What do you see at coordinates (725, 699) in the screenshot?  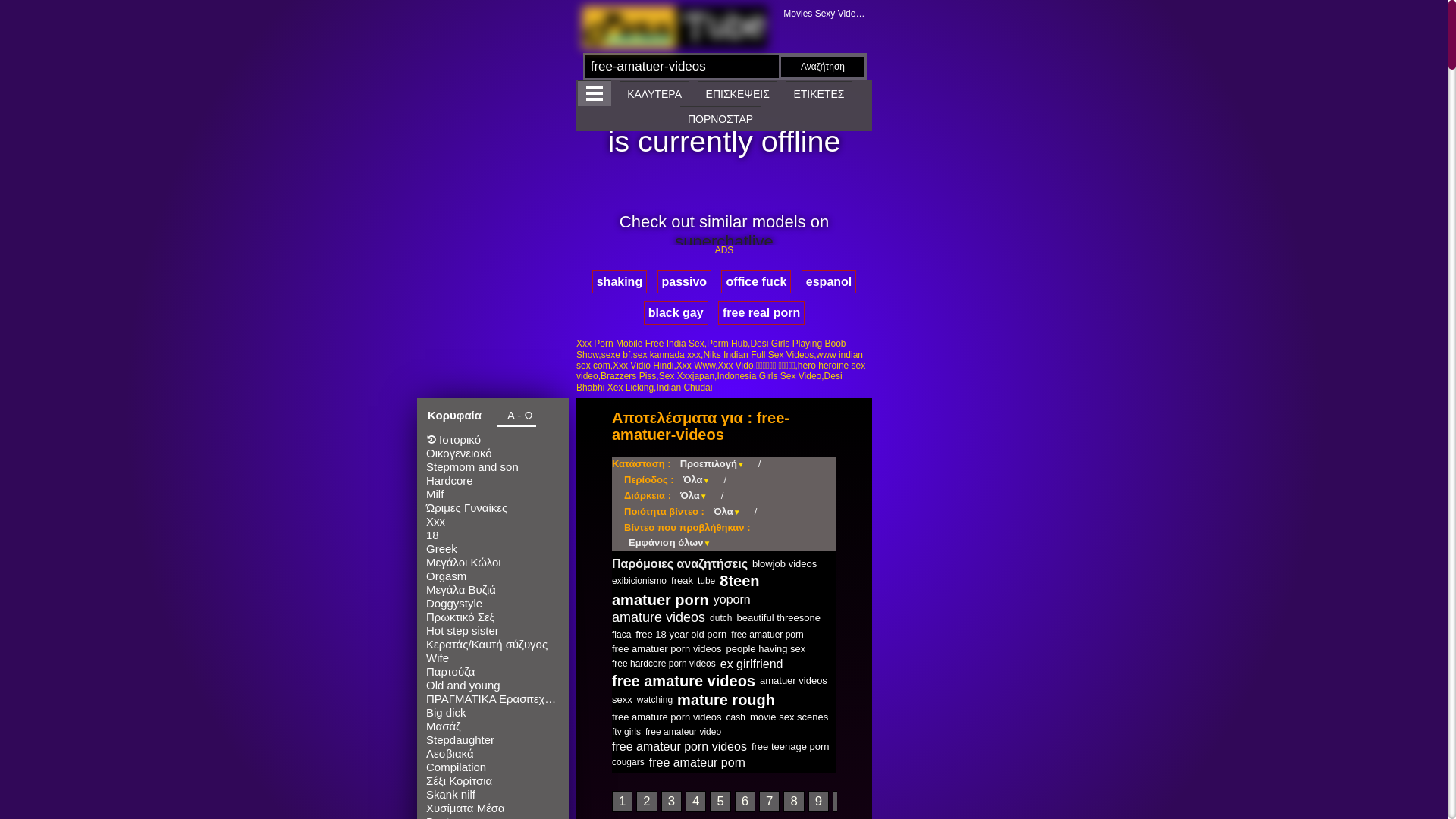 I see `'mature rough'` at bounding box center [725, 699].